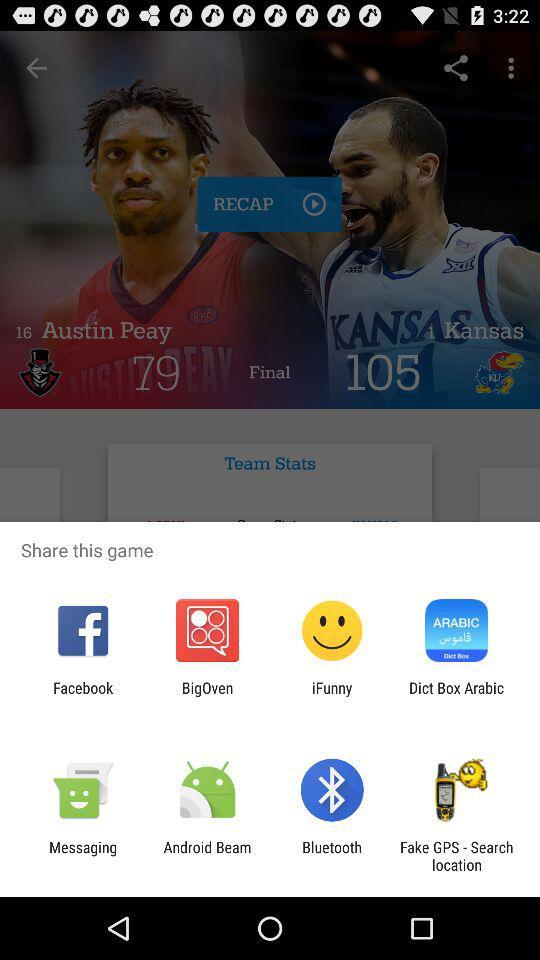  Describe the element at coordinates (332, 696) in the screenshot. I see `item next to the bigoven icon` at that location.